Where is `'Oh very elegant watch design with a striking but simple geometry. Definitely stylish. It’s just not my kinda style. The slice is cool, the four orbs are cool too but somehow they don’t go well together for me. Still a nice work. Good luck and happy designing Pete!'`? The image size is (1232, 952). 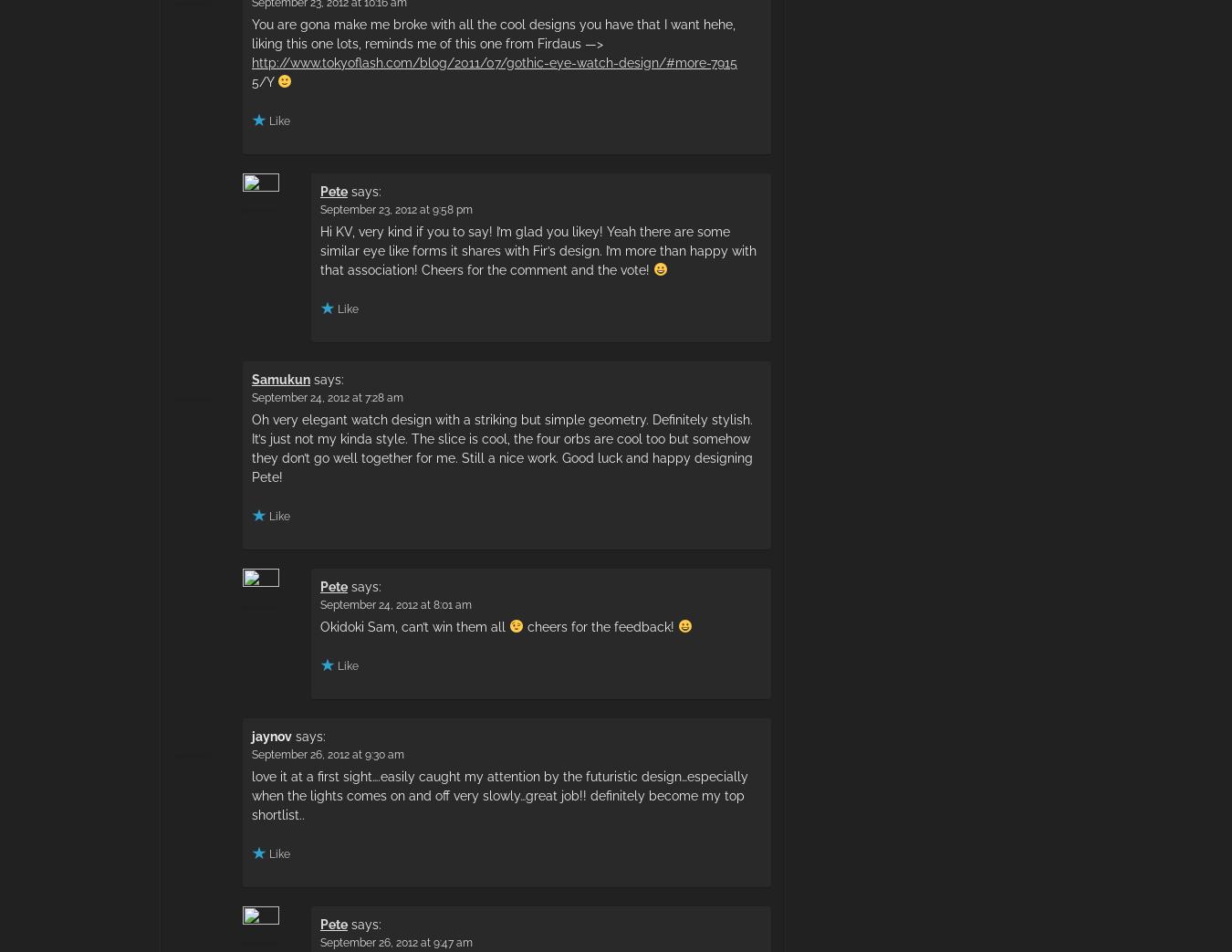 'Oh very elegant watch design with a striking but simple geometry. Definitely stylish. It’s just not my kinda style. The slice is cool, the four orbs are cool too but somehow they don’t go well together for me. Still a nice work. Good luck and happy designing Pete!' is located at coordinates (501, 446).